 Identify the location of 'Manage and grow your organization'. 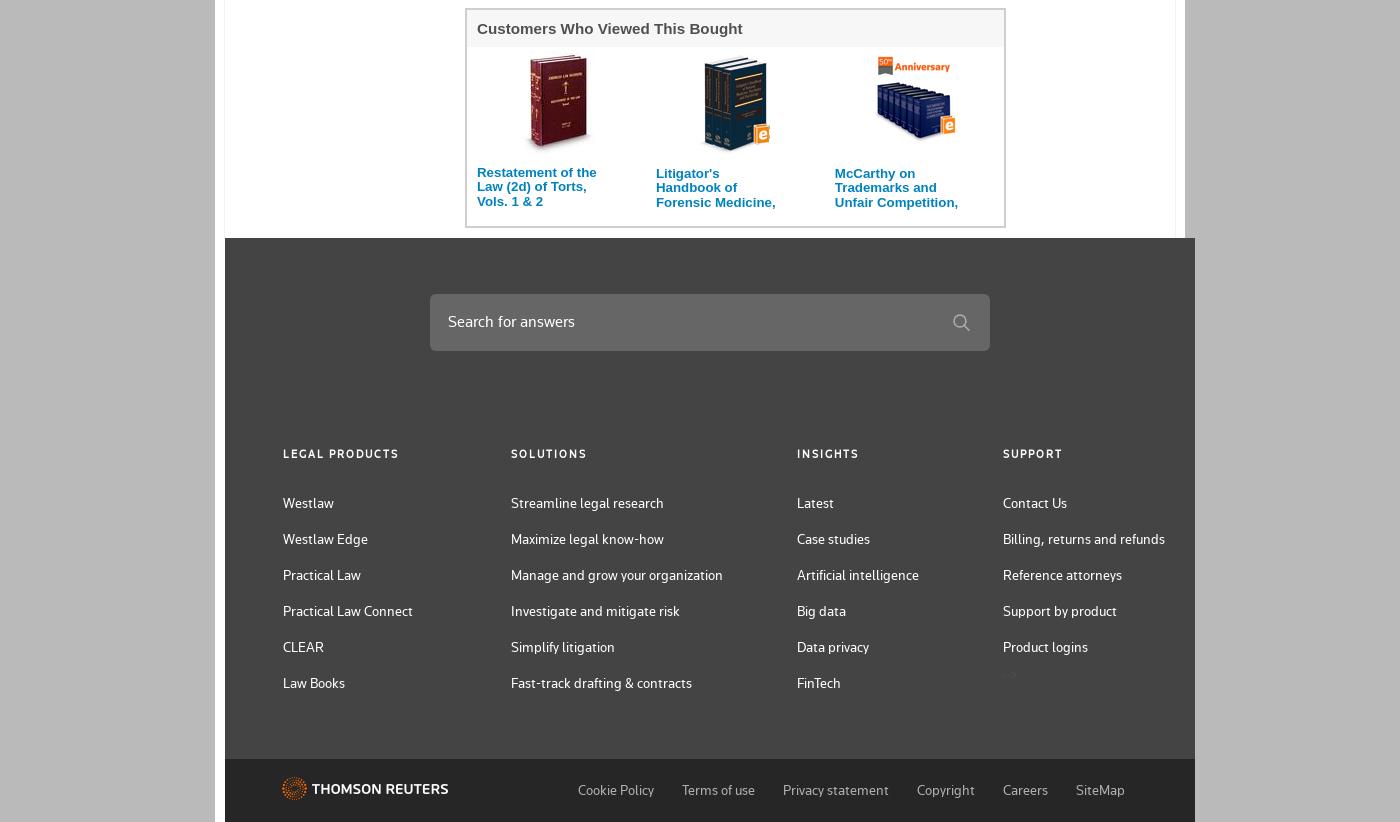
(616, 574).